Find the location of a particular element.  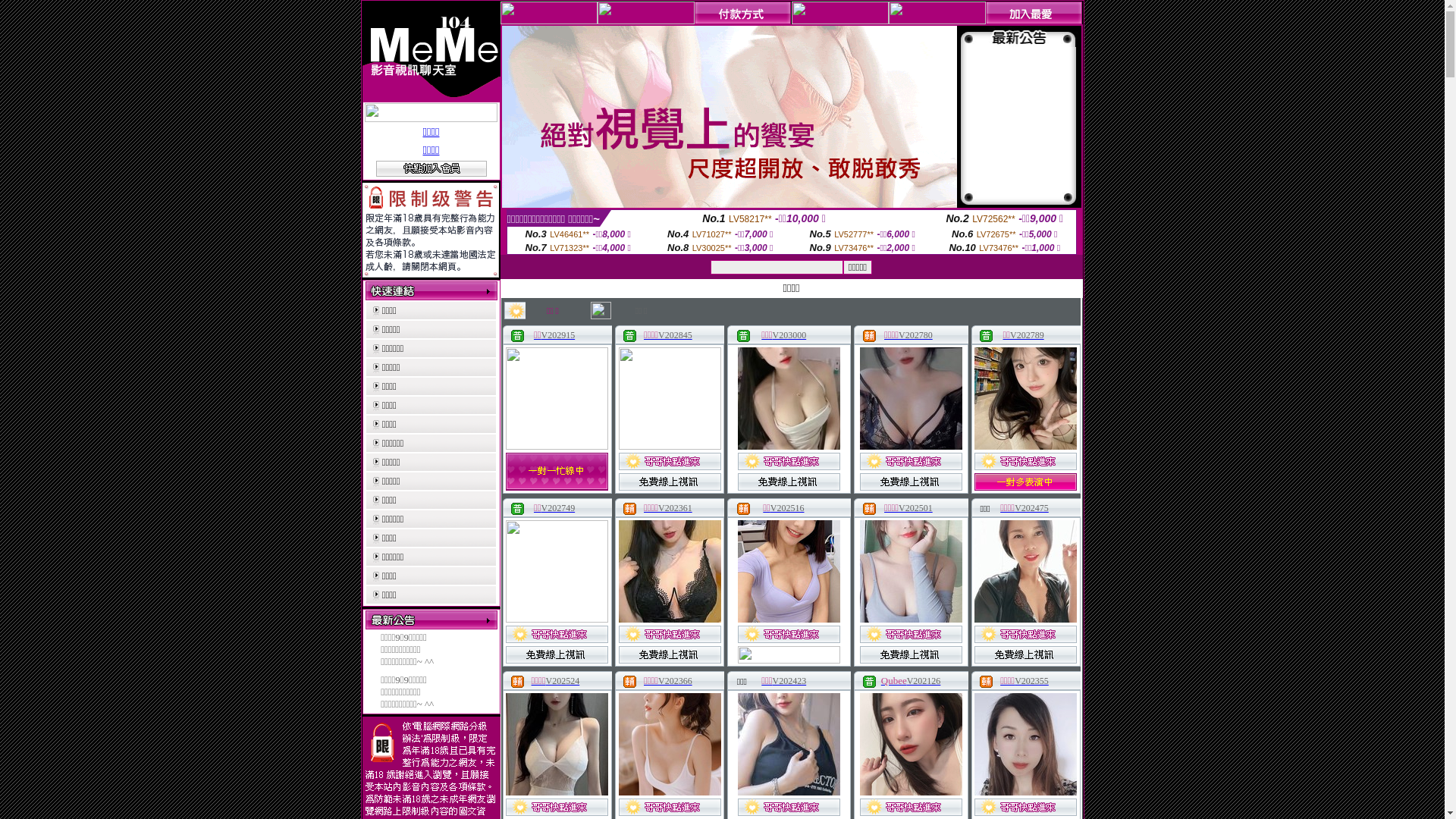

'V202915' is located at coordinates (557, 334).